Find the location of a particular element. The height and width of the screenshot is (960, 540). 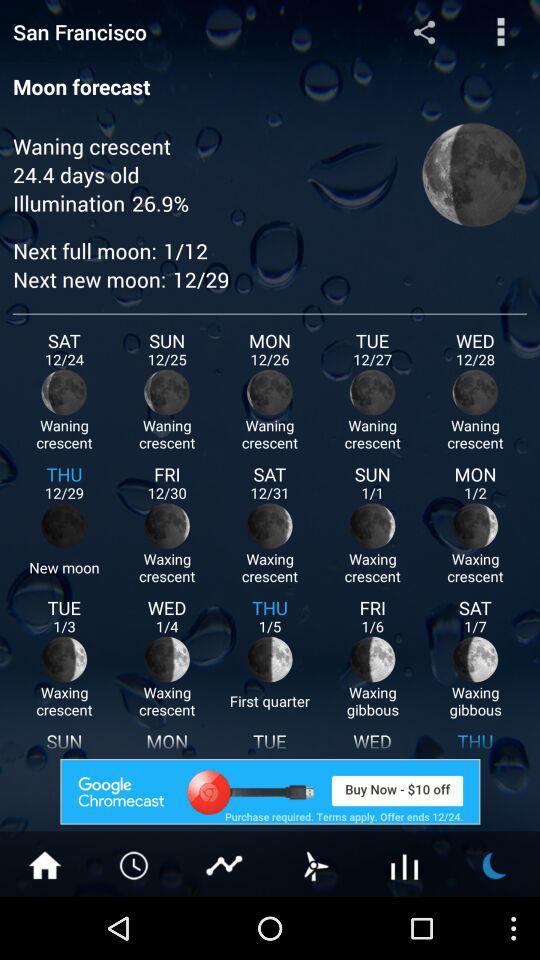

share is located at coordinates (423, 30).